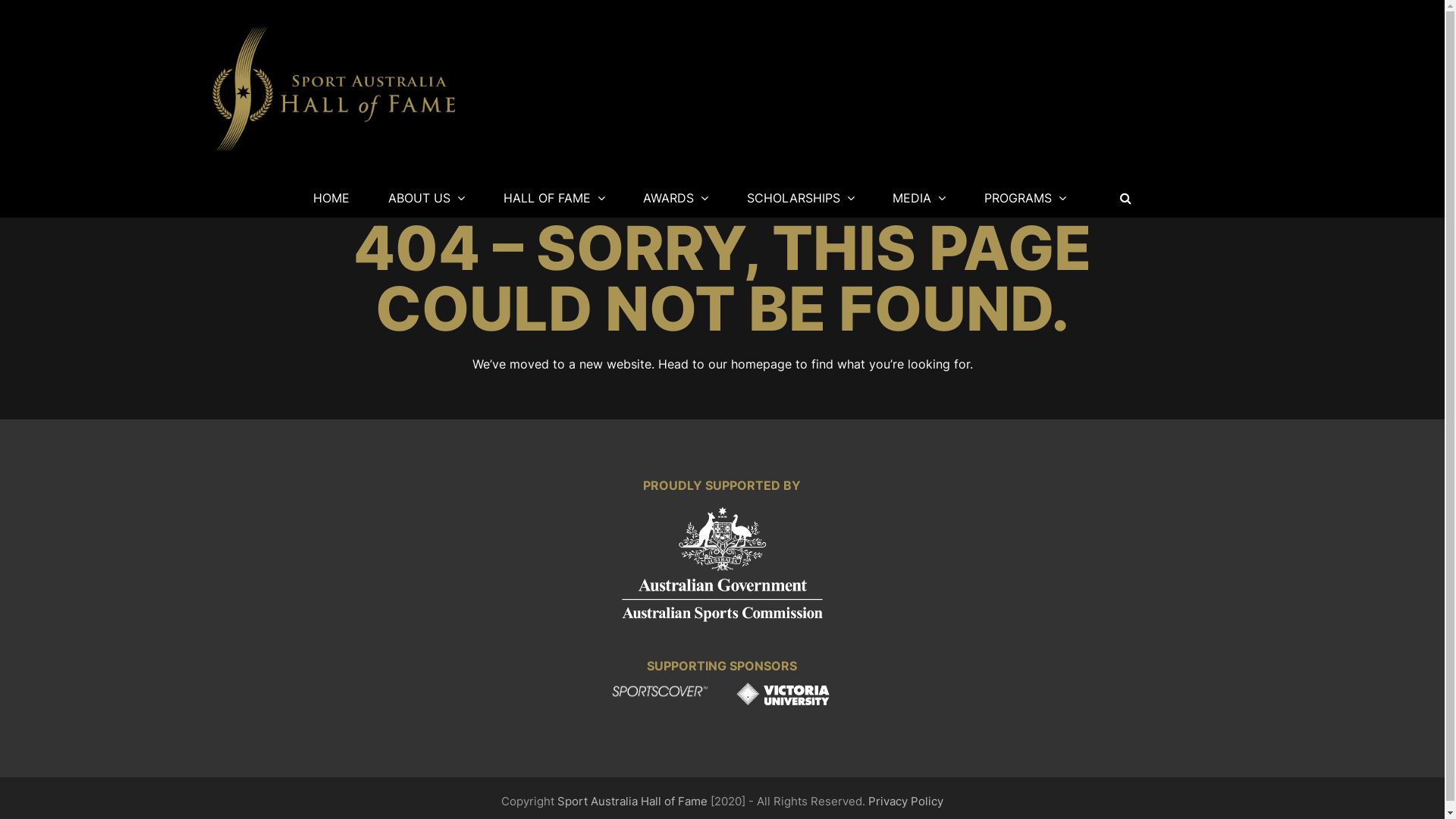 The width and height of the screenshot is (1456, 819). Describe the element at coordinates (729, 197) in the screenshot. I see `'SCHOLARSHIPS'` at that location.